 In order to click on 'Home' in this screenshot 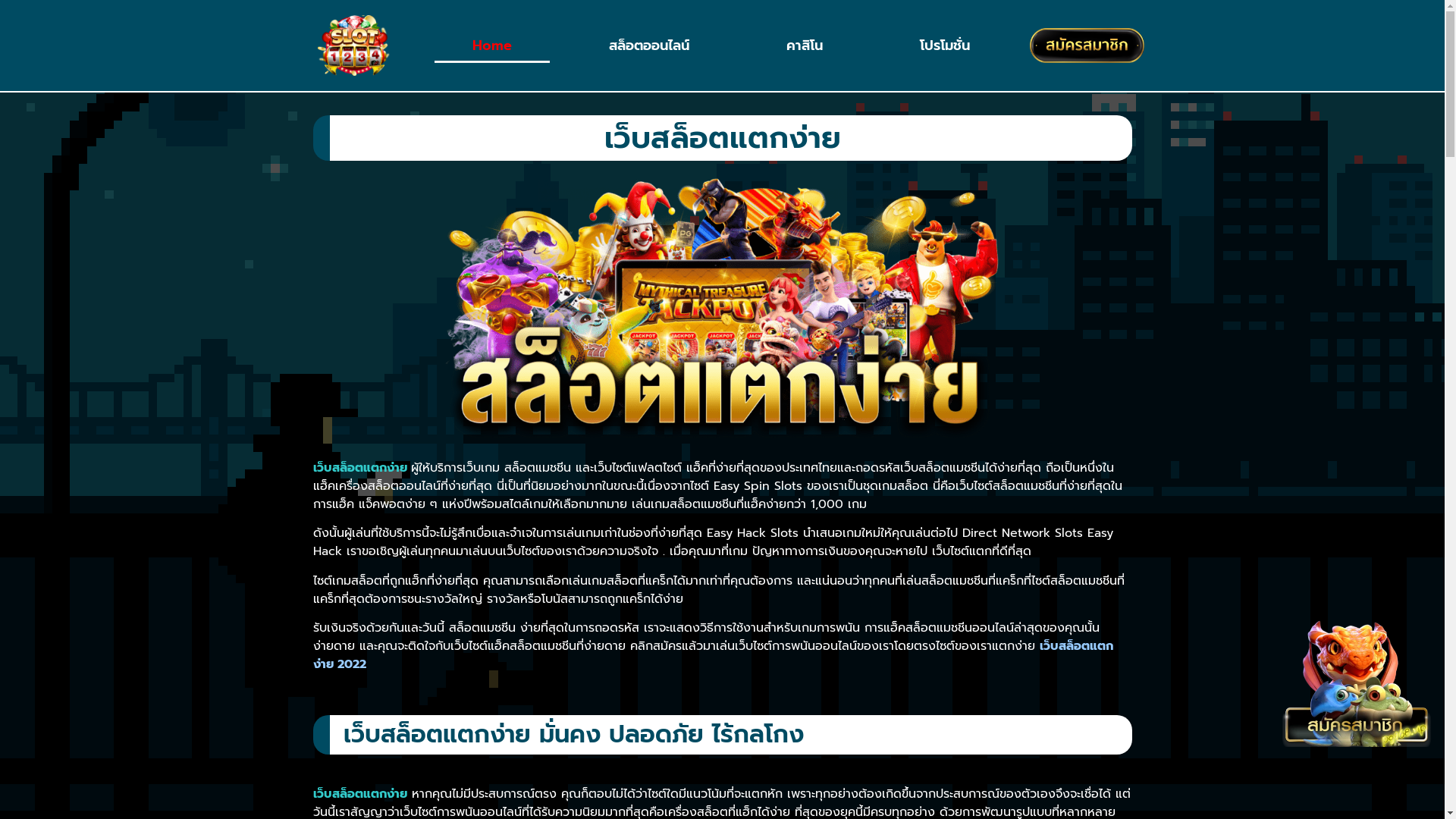, I will do `click(491, 45)`.